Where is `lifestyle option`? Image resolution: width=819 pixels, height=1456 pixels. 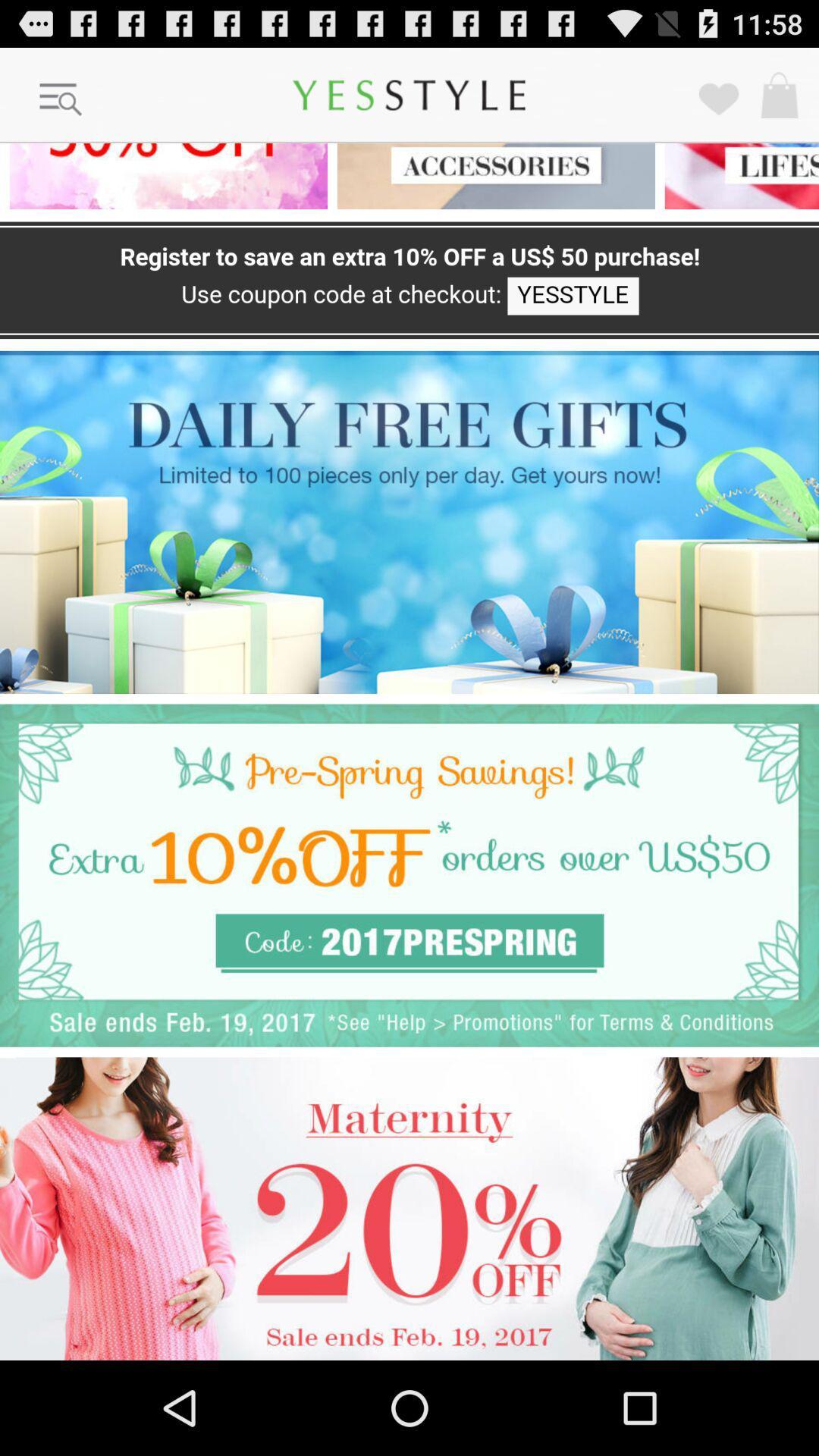
lifestyle option is located at coordinates (736, 176).